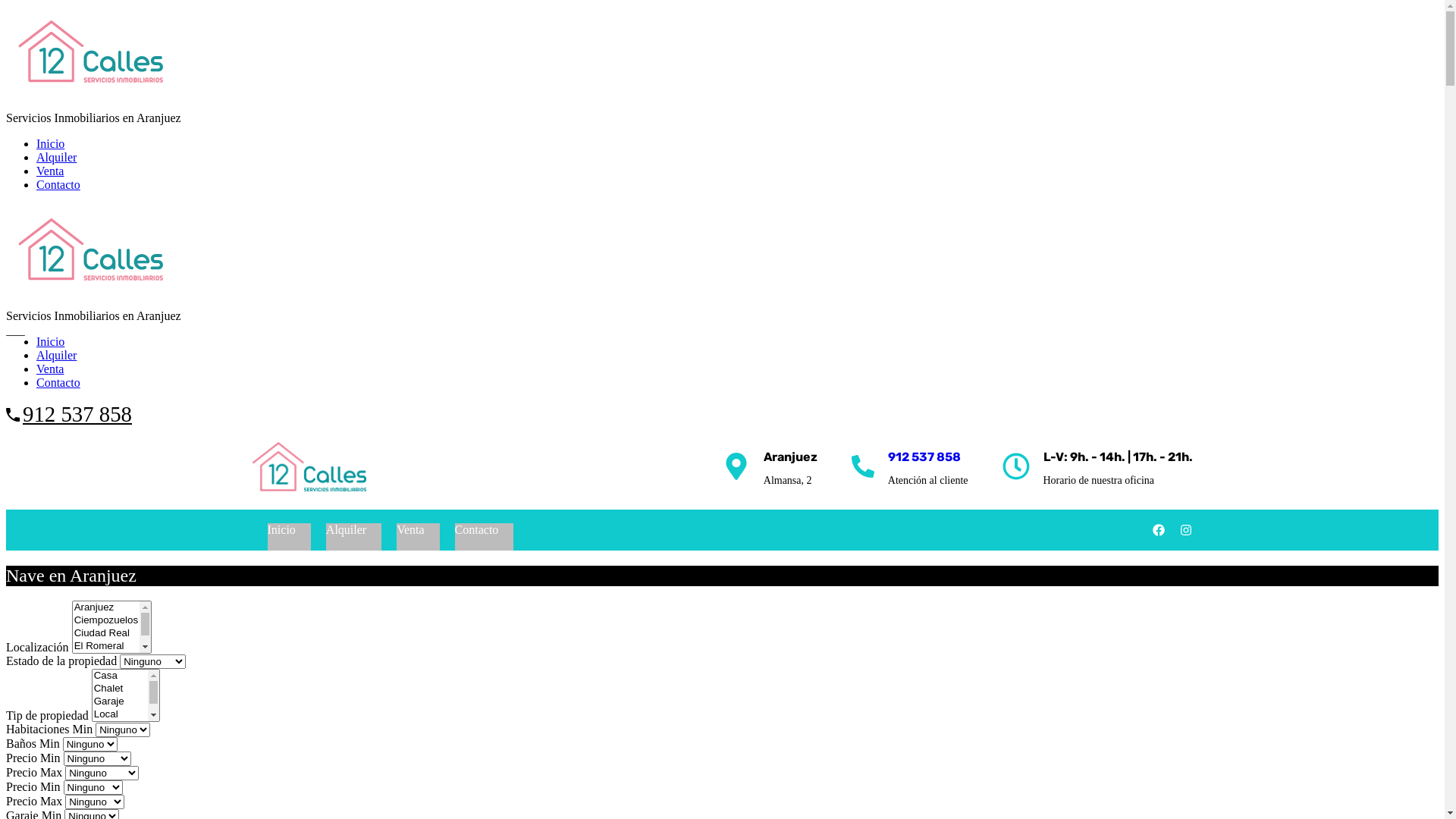 The image size is (1456, 819). I want to click on 'Contacto', so click(475, 529).